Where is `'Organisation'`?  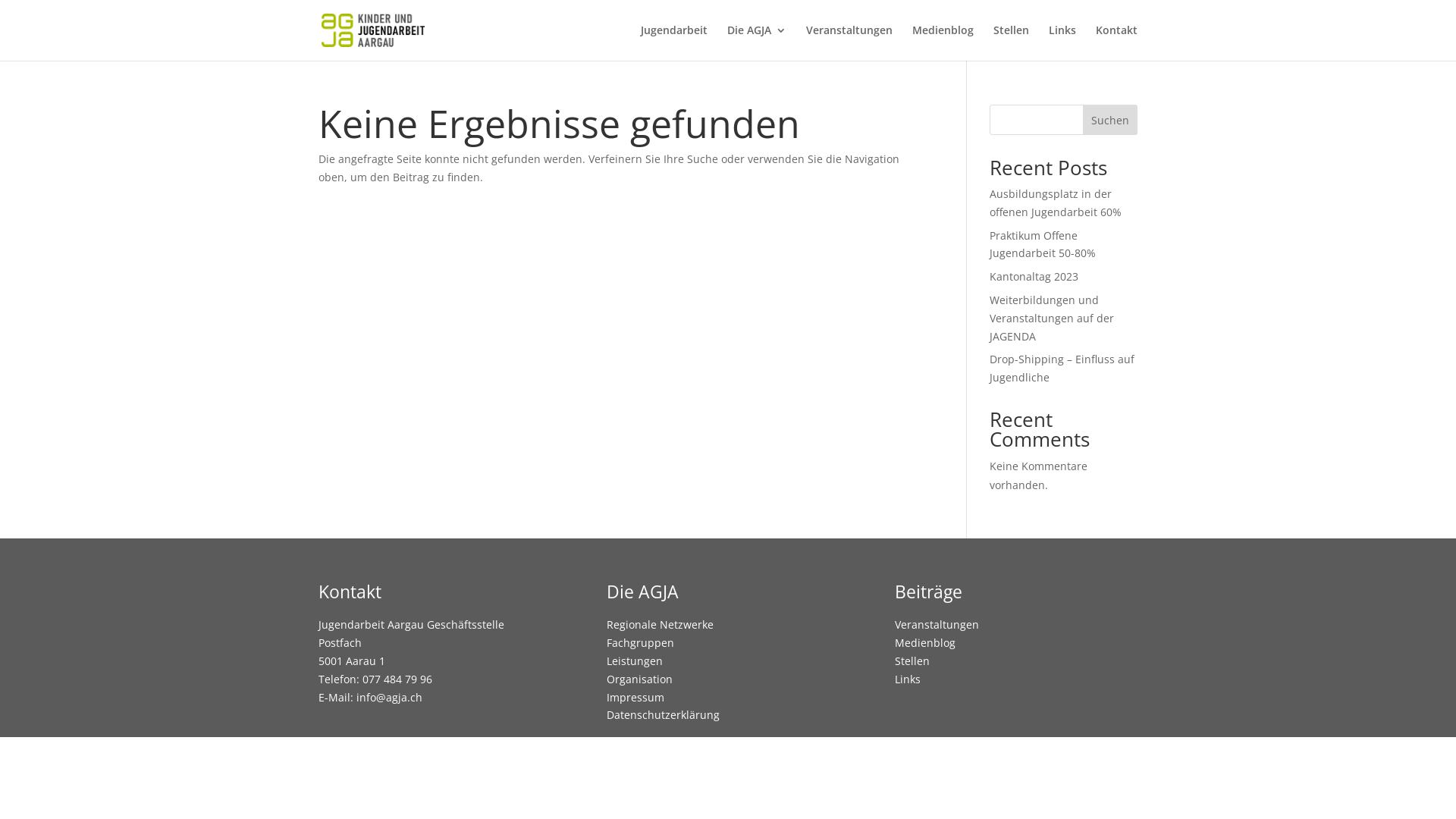
'Organisation' is located at coordinates (639, 678).